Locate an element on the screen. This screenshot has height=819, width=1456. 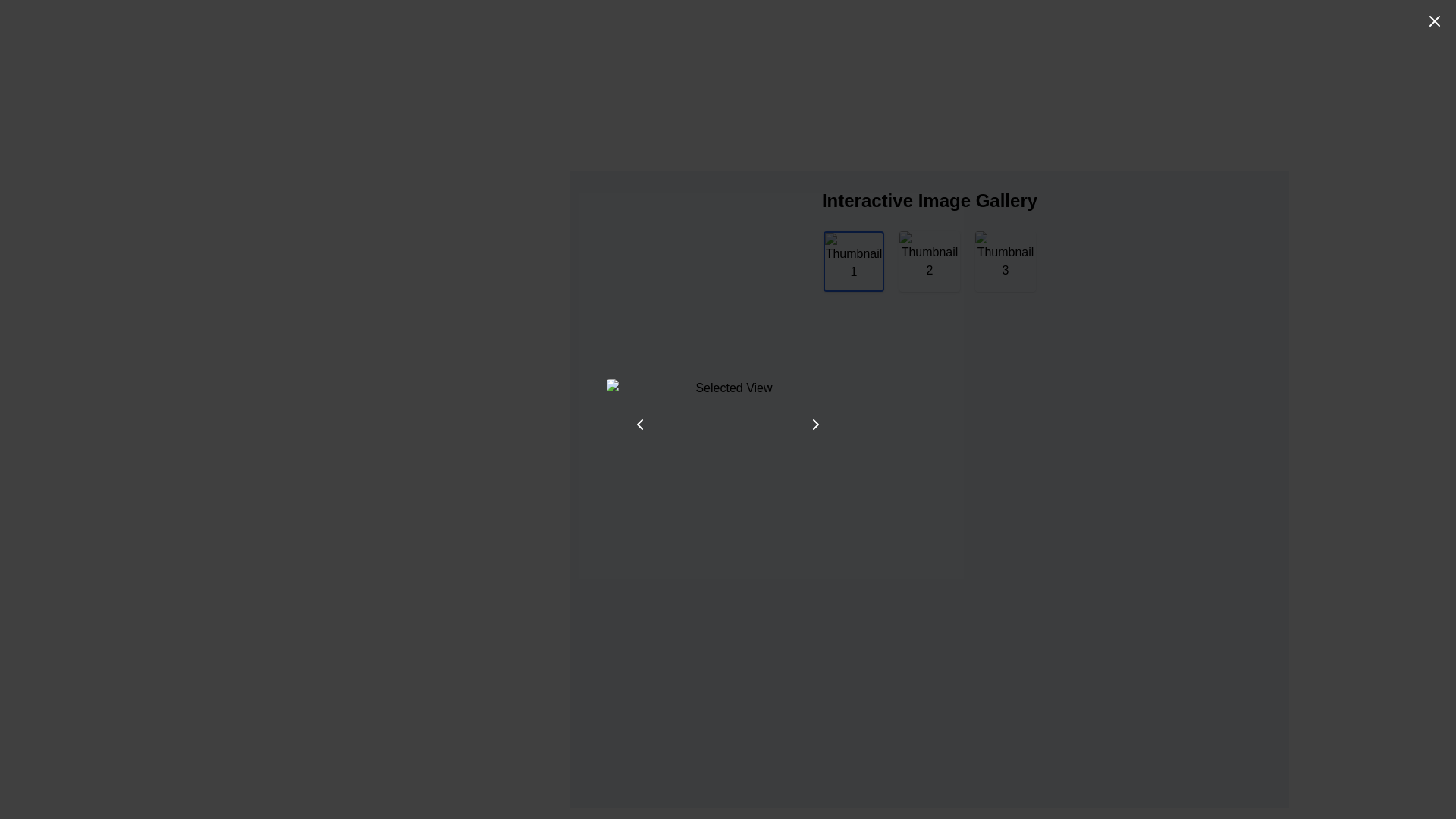
the left-pointing chevron icon button with white strokes on a dark background, located on the left side of its section is located at coordinates (640, 424).